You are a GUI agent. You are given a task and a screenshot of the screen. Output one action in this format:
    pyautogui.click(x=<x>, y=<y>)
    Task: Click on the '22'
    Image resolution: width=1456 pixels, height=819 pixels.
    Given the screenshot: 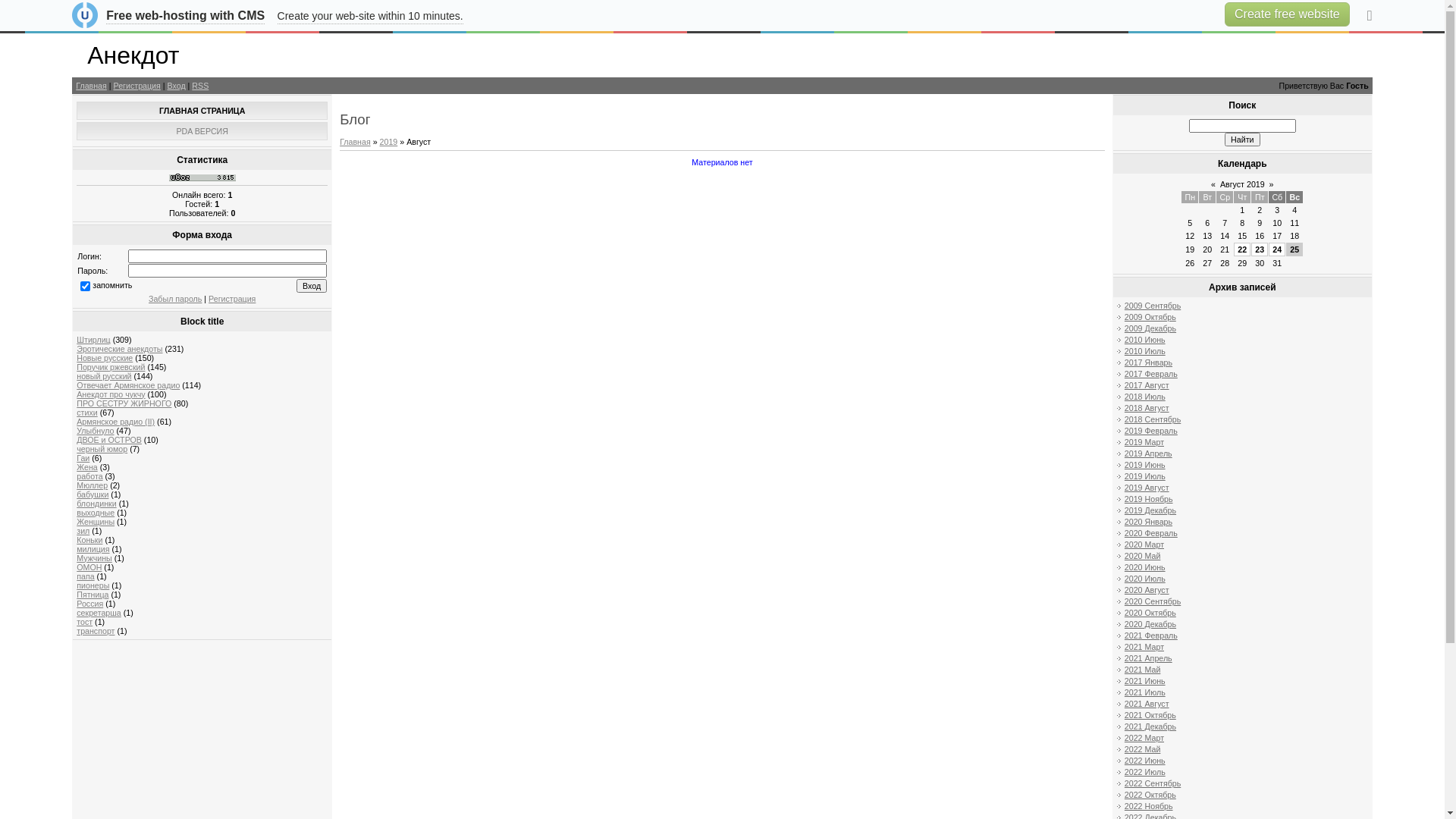 What is the action you would take?
    pyautogui.click(x=1241, y=248)
    